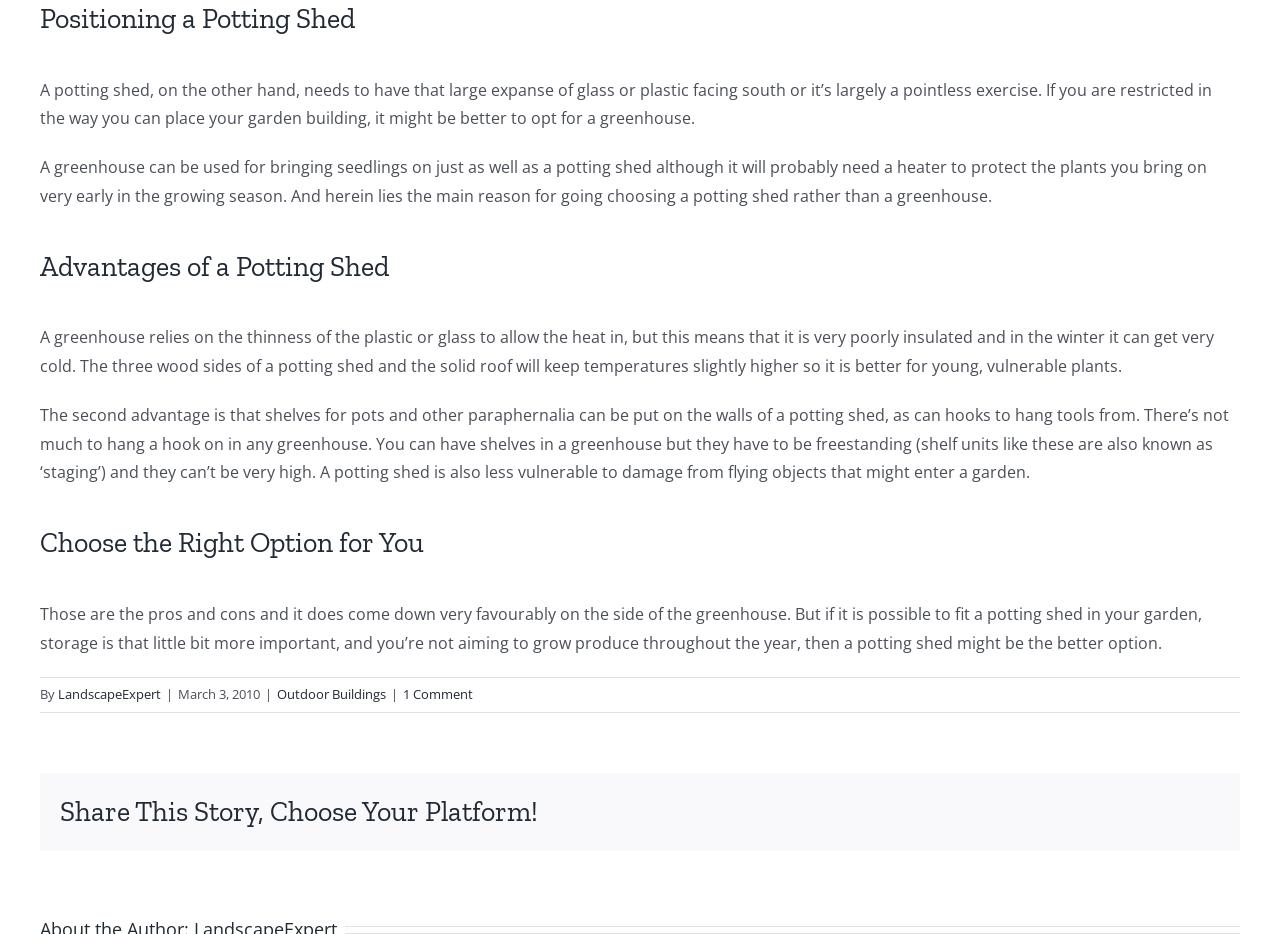 This screenshot has width=1280, height=934. I want to click on 'Positioning a Potting Shed', so click(197, 17).